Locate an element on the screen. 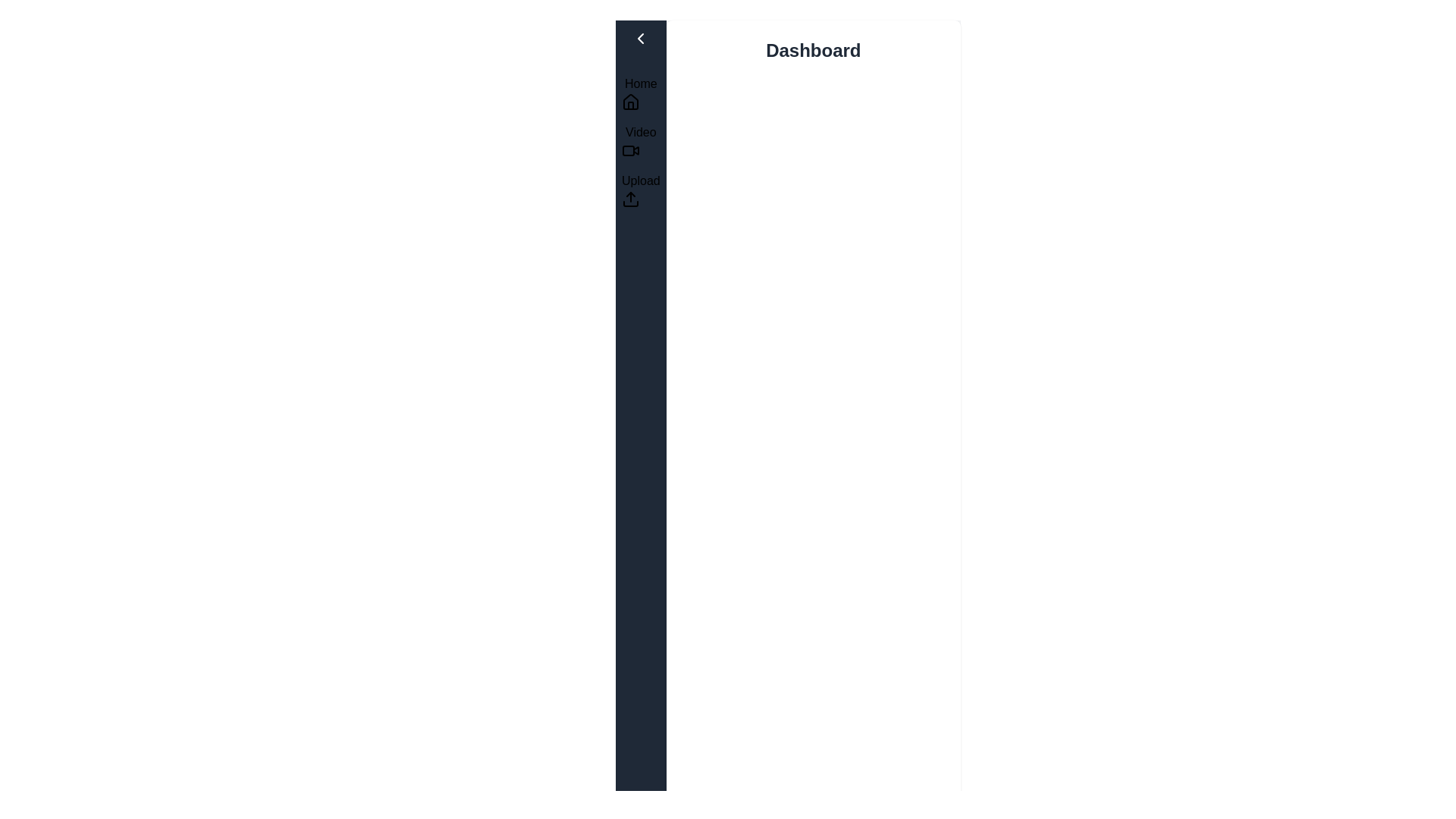 This screenshot has height=819, width=1456. the dark rounded rectangle in the sidebar navigation menu is located at coordinates (629, 151).